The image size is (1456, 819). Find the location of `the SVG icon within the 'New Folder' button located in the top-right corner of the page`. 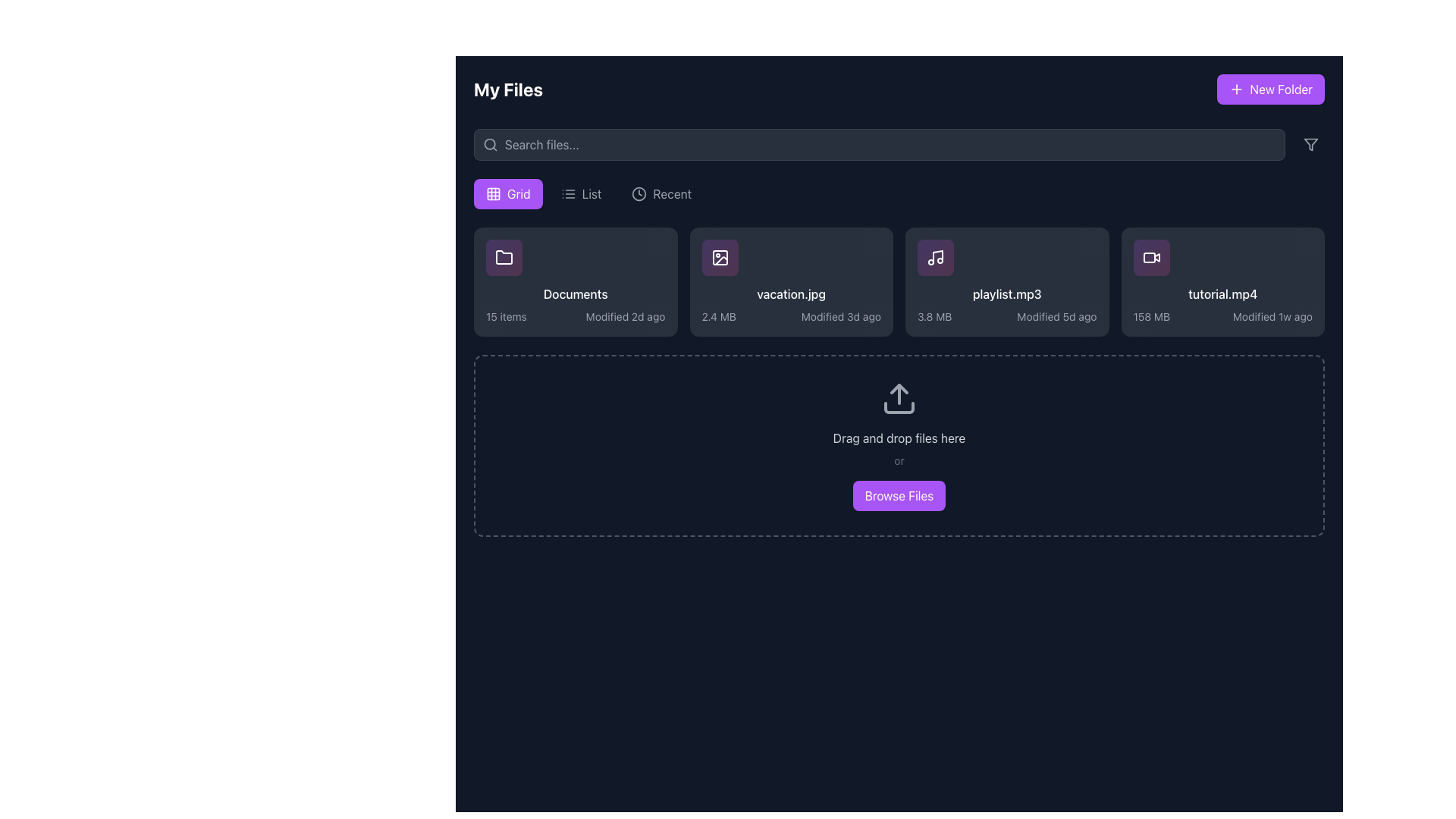

the SVG icon within the 'New Folder' button located in the top-right corner of the page is located at coordinates (1236, 89).